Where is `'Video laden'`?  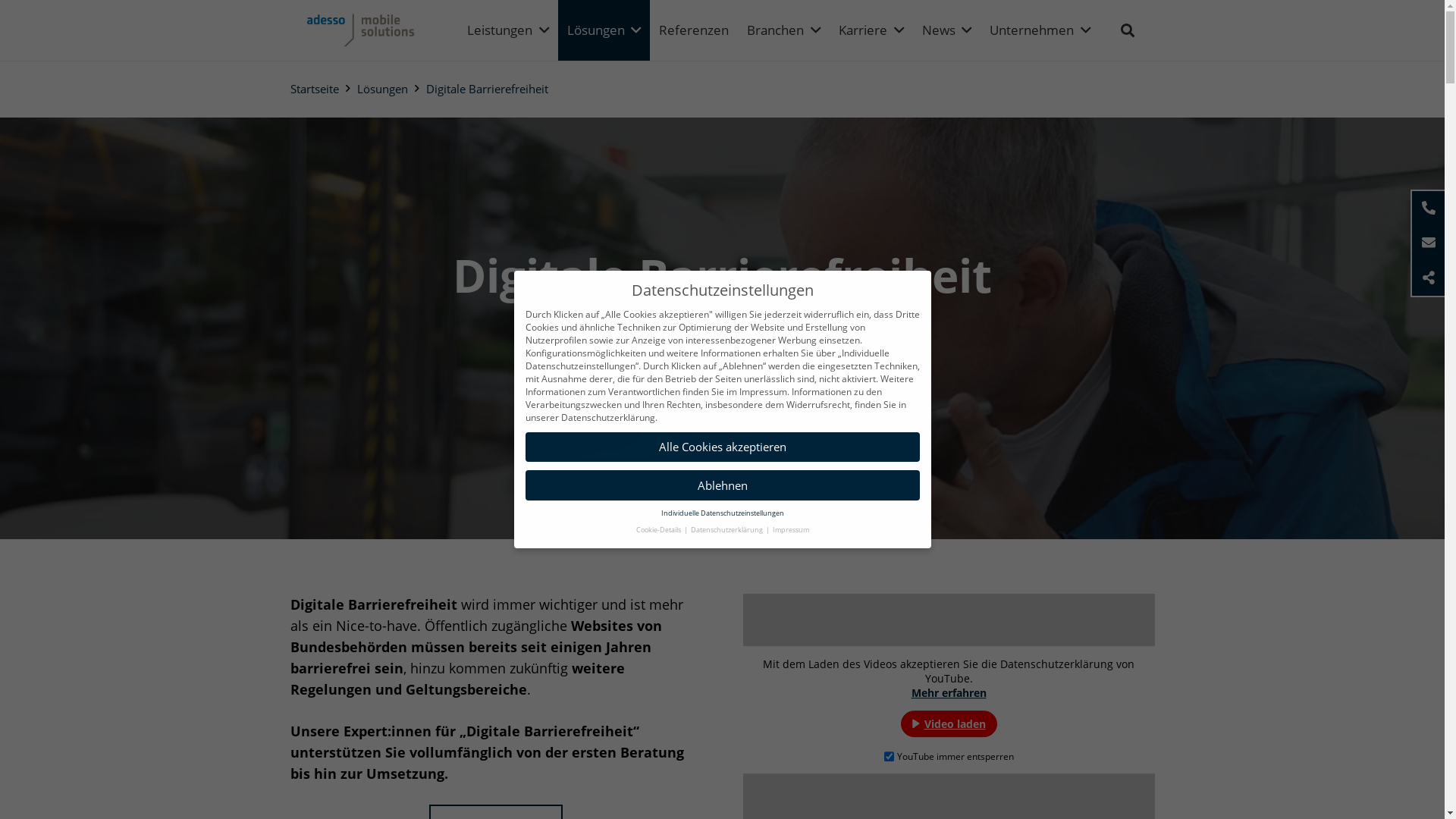 'Video laden' is located at coordinates (948, 723).